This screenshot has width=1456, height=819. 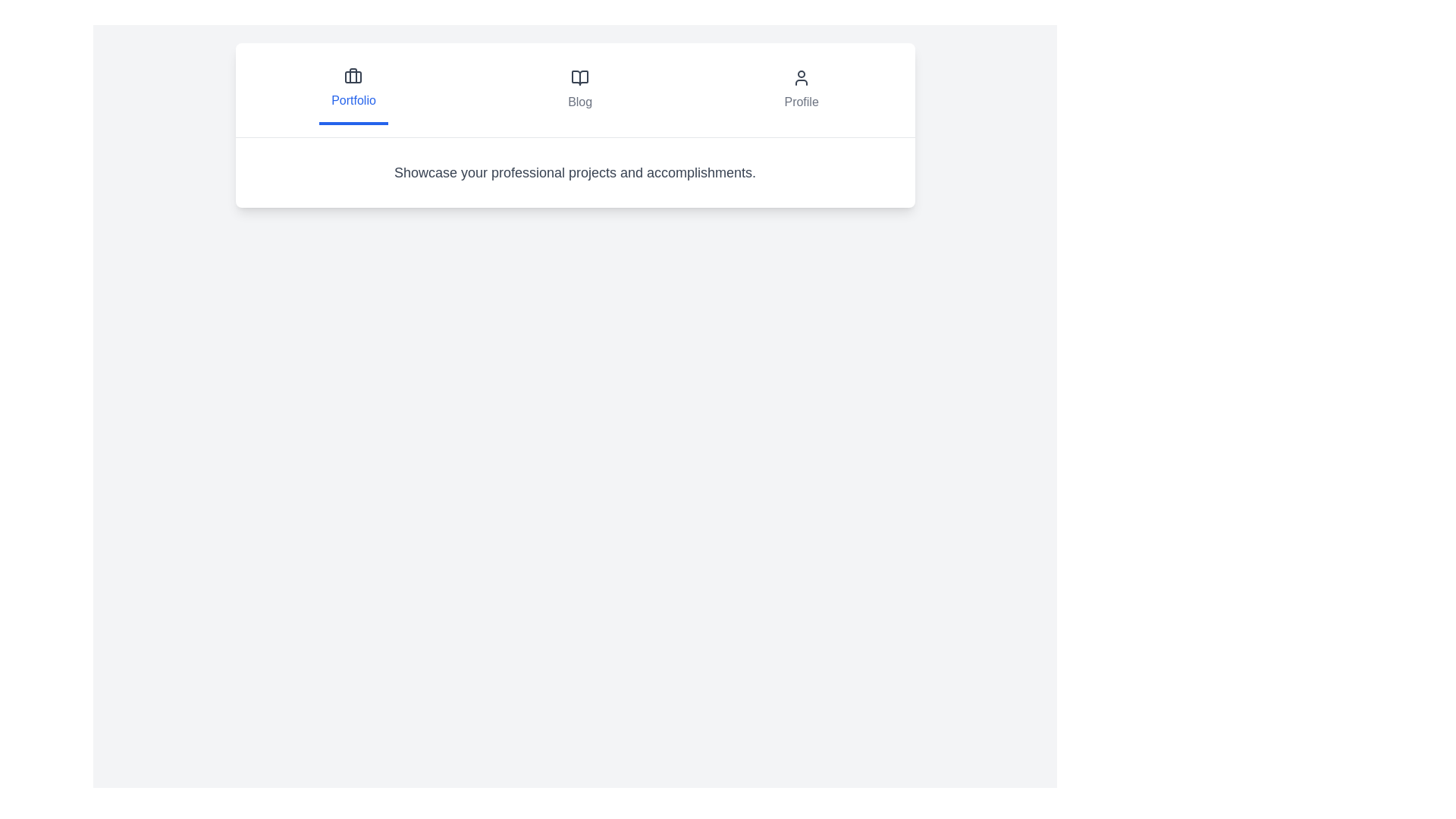 I want to click on the tab labeled Blog to view its content, so click(x=579, y=90).